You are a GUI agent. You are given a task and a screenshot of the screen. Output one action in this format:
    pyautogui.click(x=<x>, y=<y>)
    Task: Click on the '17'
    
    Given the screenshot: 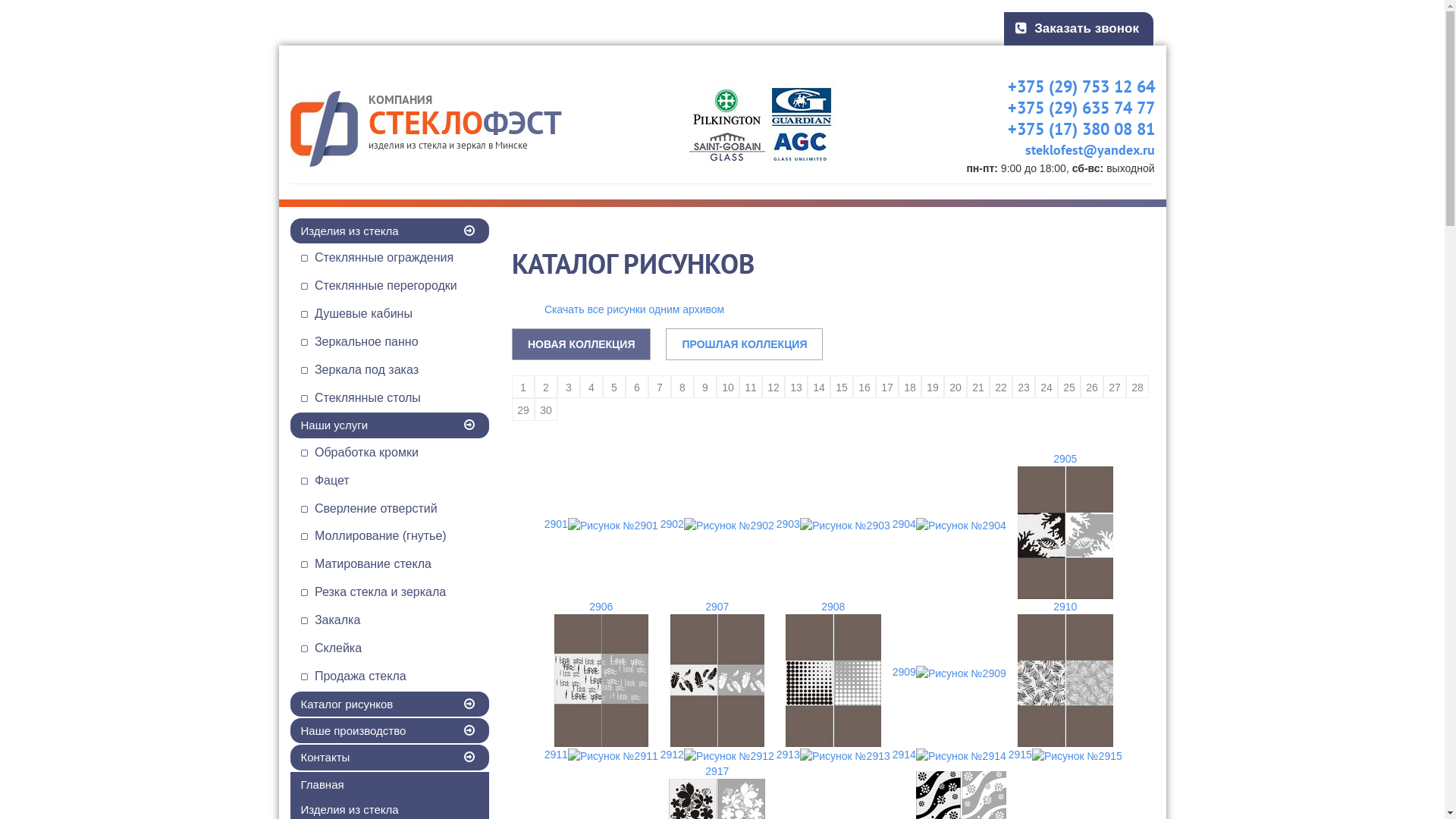 What is the action you would take?
    pyautogui.click(x=887, y=385)
    